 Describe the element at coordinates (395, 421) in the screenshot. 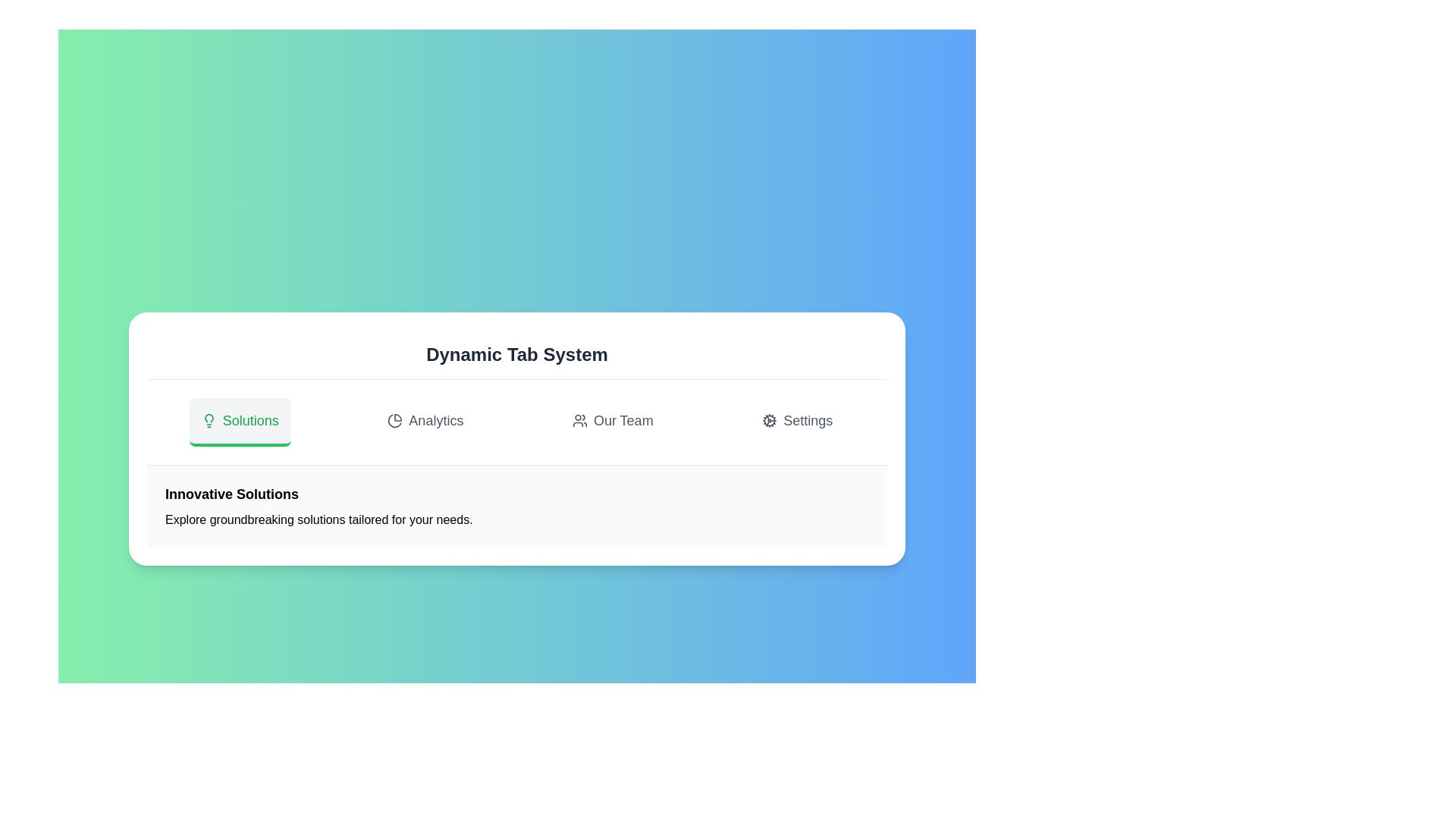

I see `the pie chart-shaped icon located in the 'Analytics' tab, positioned to the left of the 'Analytics' label text` at that location.